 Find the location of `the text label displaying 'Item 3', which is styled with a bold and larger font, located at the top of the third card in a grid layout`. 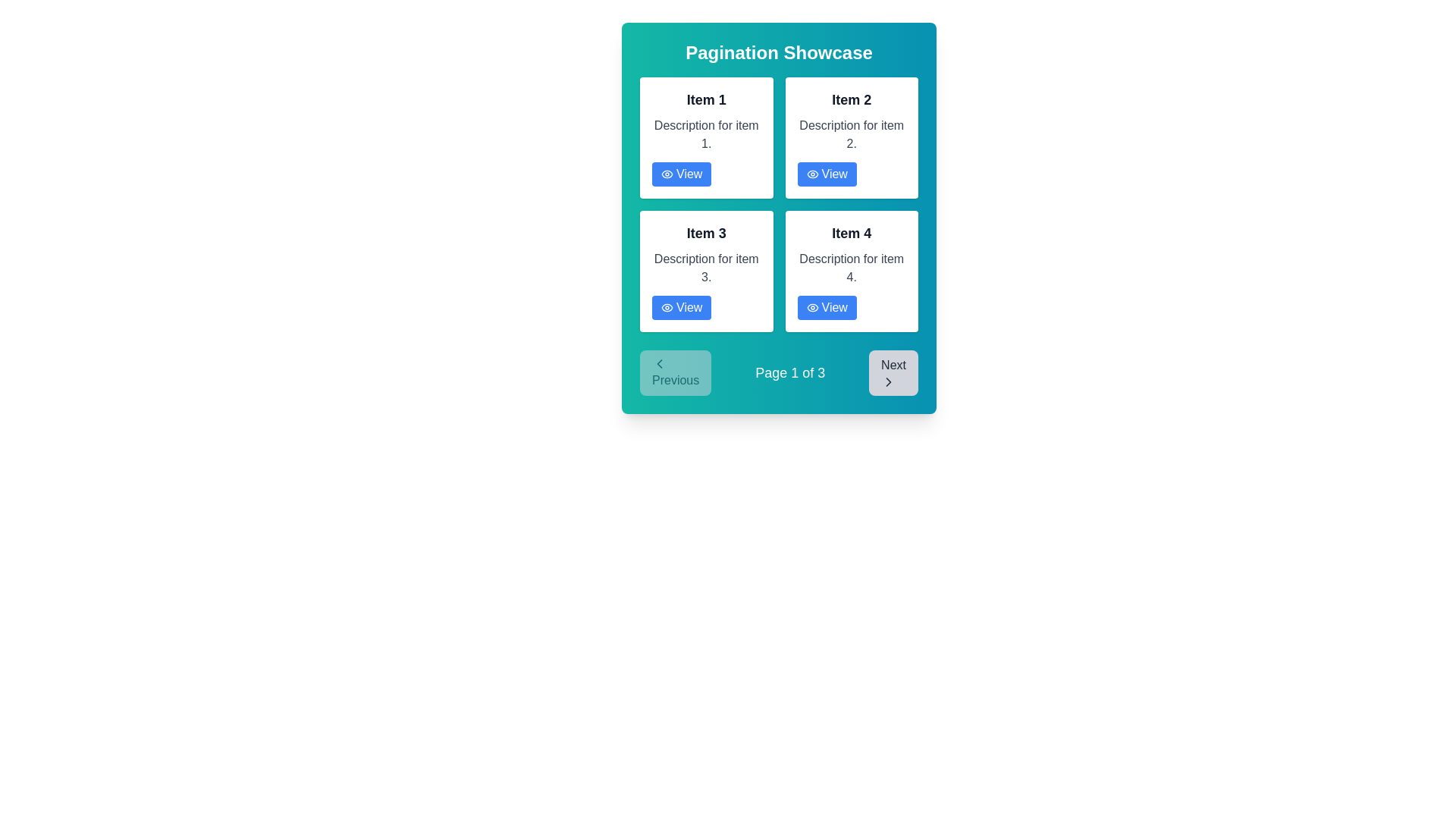

the text label displaying 'Item 3', which is styled with a bold and larger font, located at the top of the third card in a grid layout is located at coordinates (705, 234).